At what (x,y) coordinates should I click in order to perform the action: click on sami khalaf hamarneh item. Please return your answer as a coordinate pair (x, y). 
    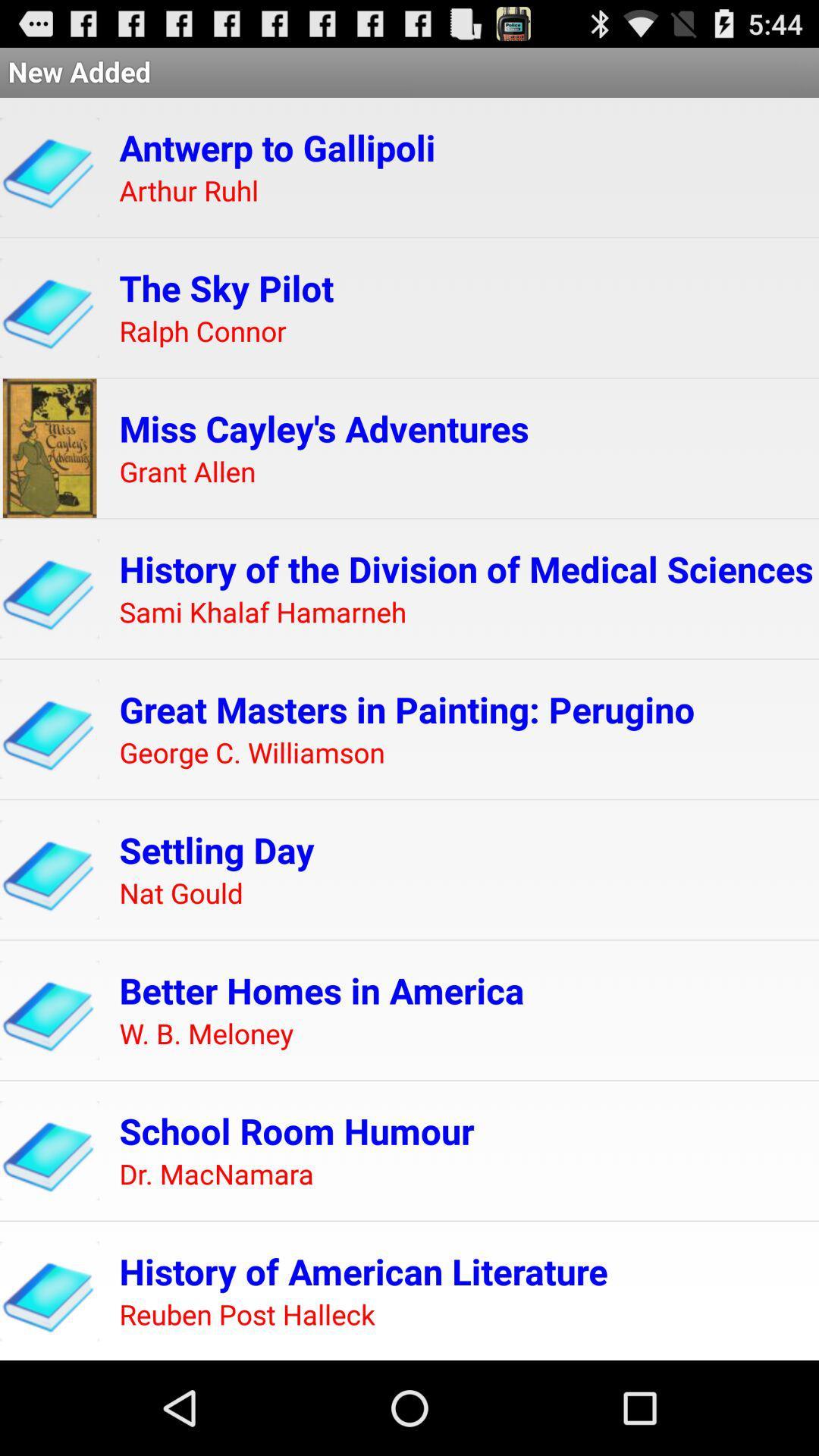
    Looking at the image, I should click on (262, 613).